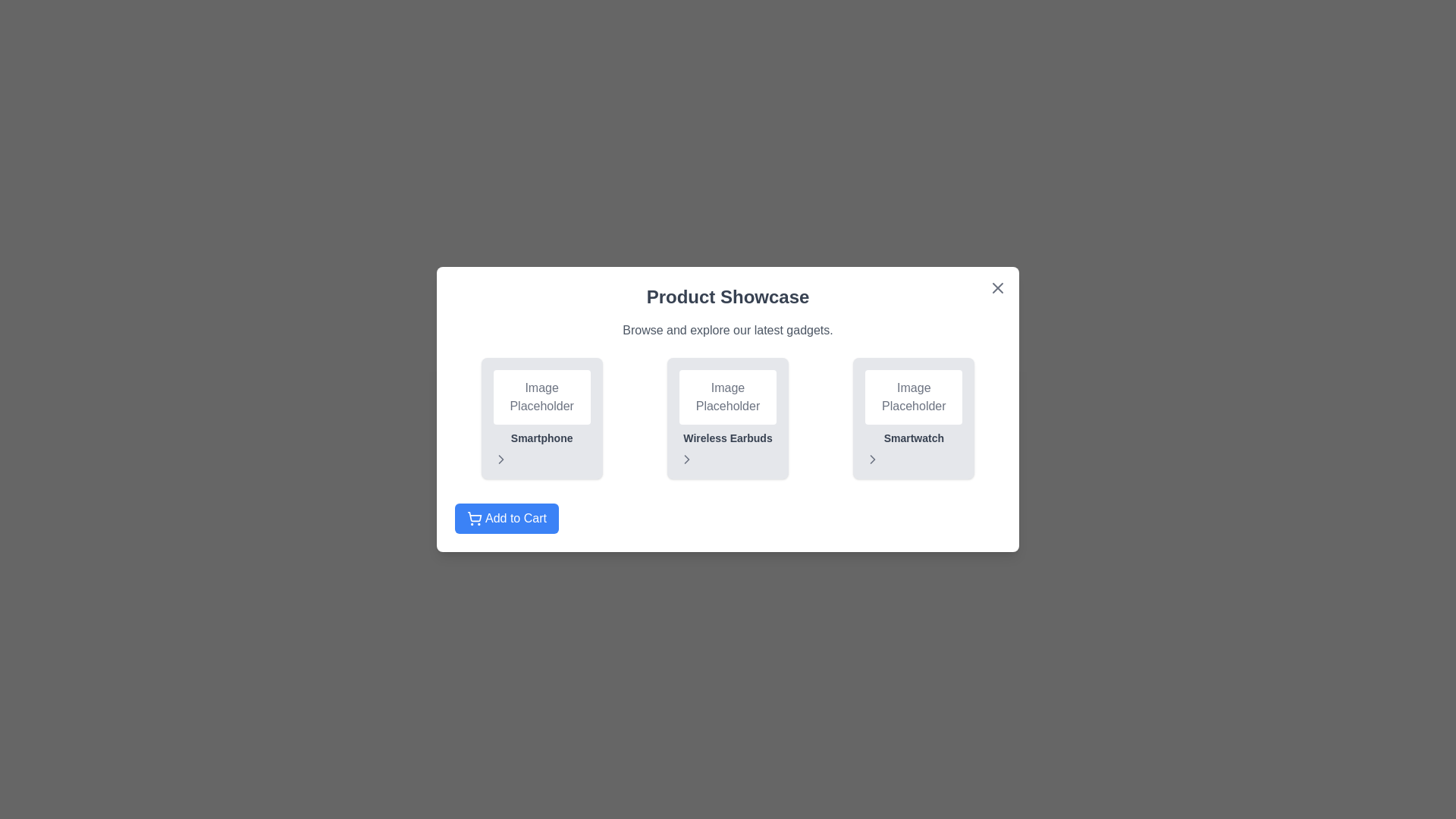 This screenshot has height=819, width=1456. What do you see at coordinates (997, 288) in the screenshot?
I see `the close button located in the top-right corner of the modal window` at bounding box center [997, 288].